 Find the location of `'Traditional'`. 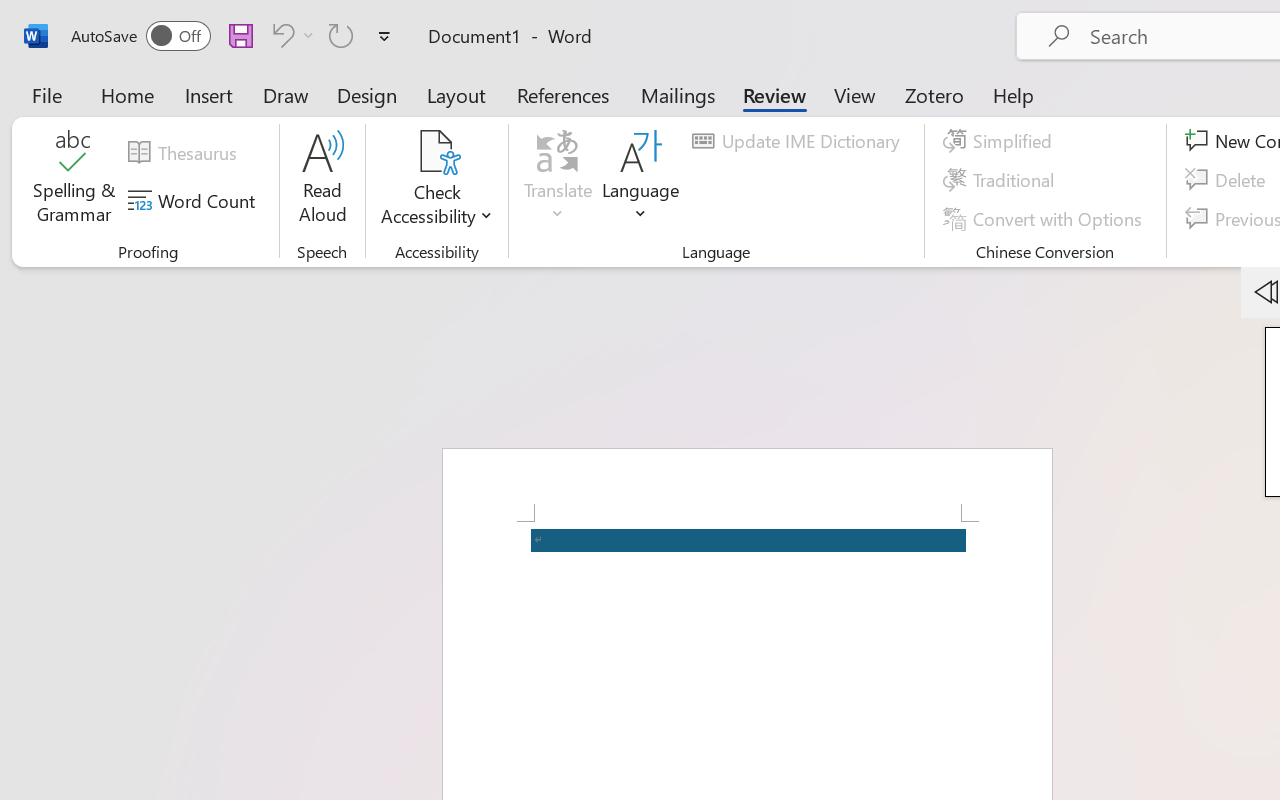

'Traditional' is located at coordinates (1002, 179).